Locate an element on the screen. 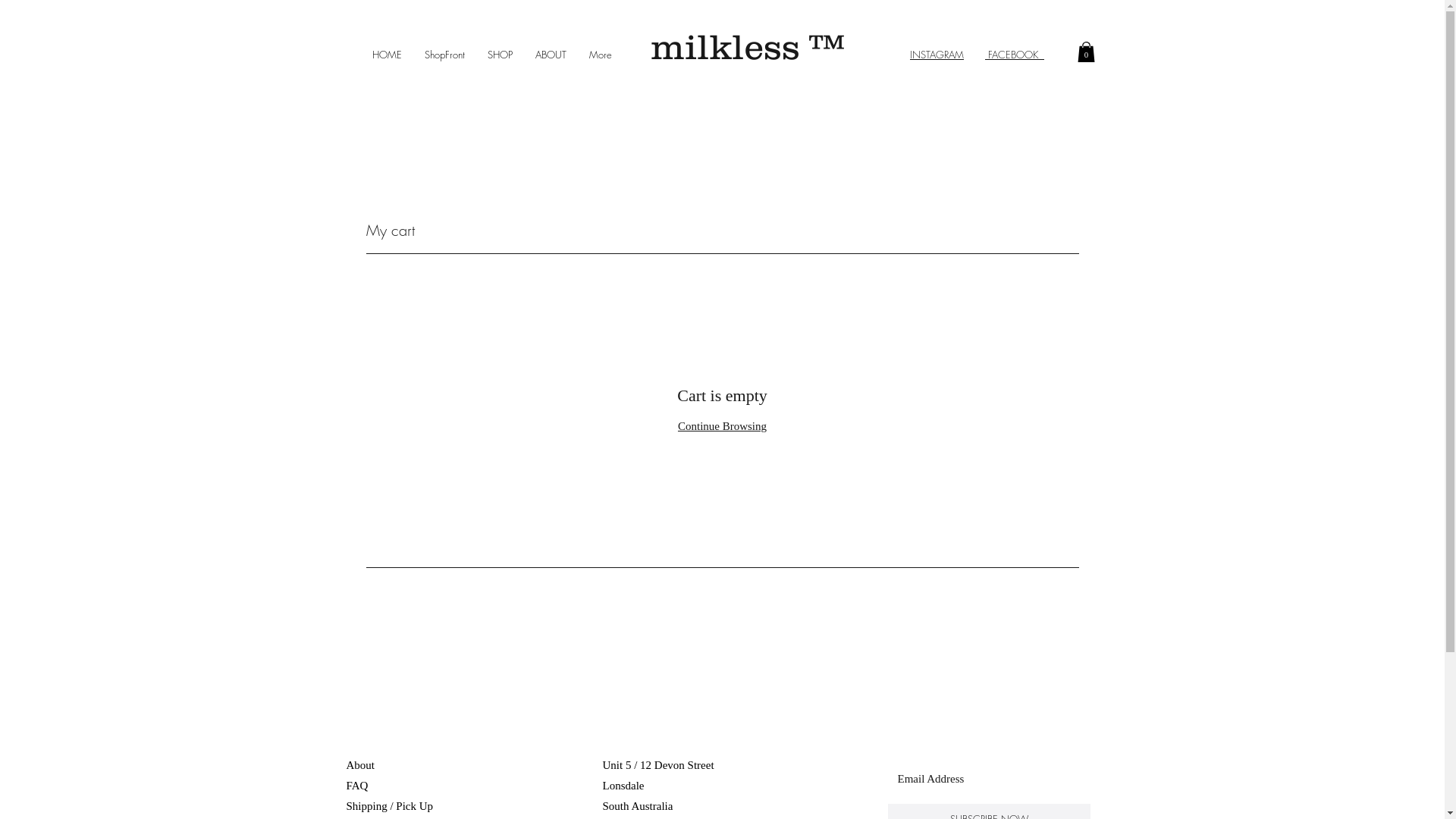 The width and height of the screenshot is (1456, 819). 'ShopFront' is located at coordinates (413, 54).